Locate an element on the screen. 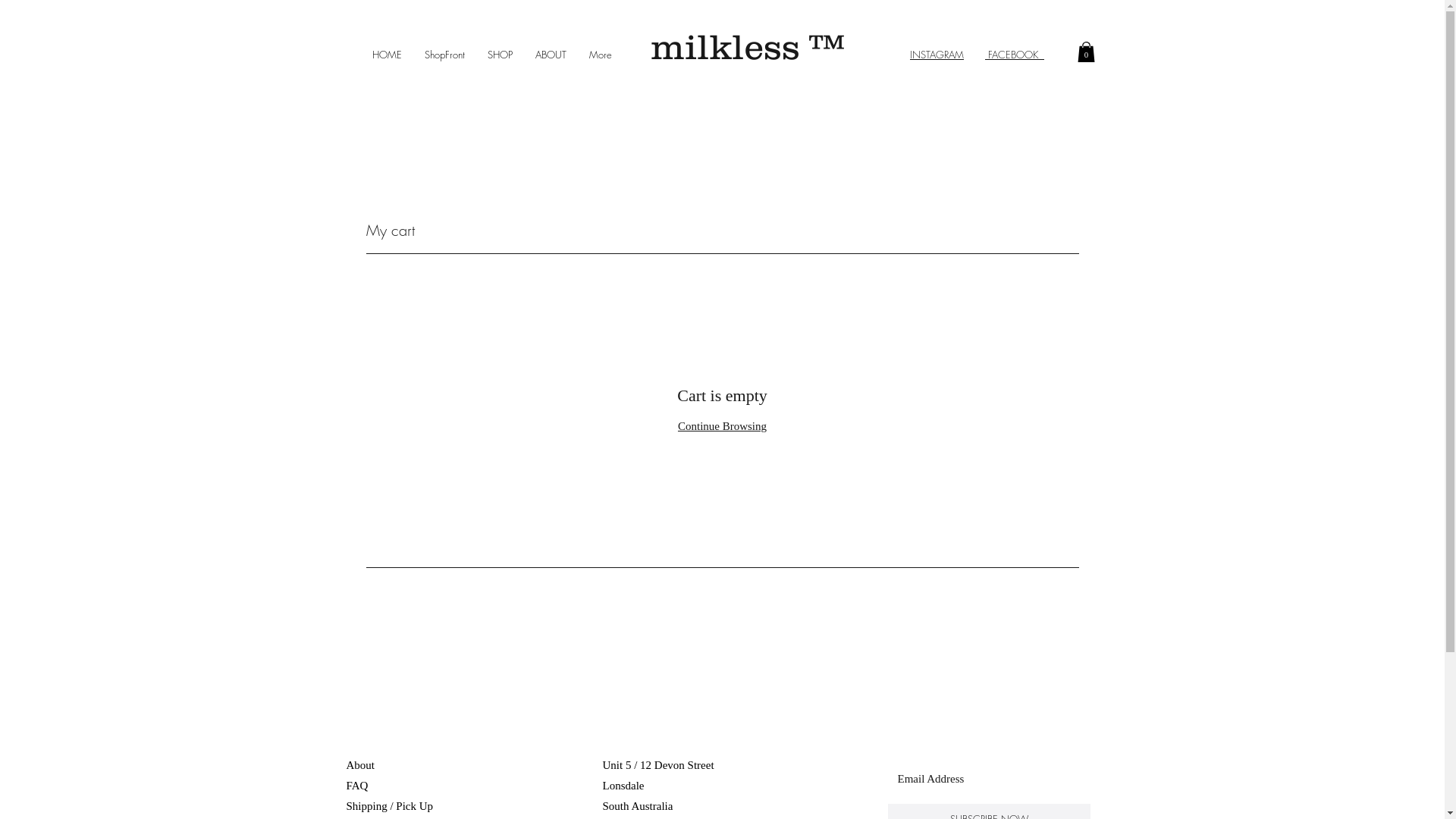 The width and height of the screenshot is (1456, 819). 'ShopFront' is located at coordinates (413, 54).